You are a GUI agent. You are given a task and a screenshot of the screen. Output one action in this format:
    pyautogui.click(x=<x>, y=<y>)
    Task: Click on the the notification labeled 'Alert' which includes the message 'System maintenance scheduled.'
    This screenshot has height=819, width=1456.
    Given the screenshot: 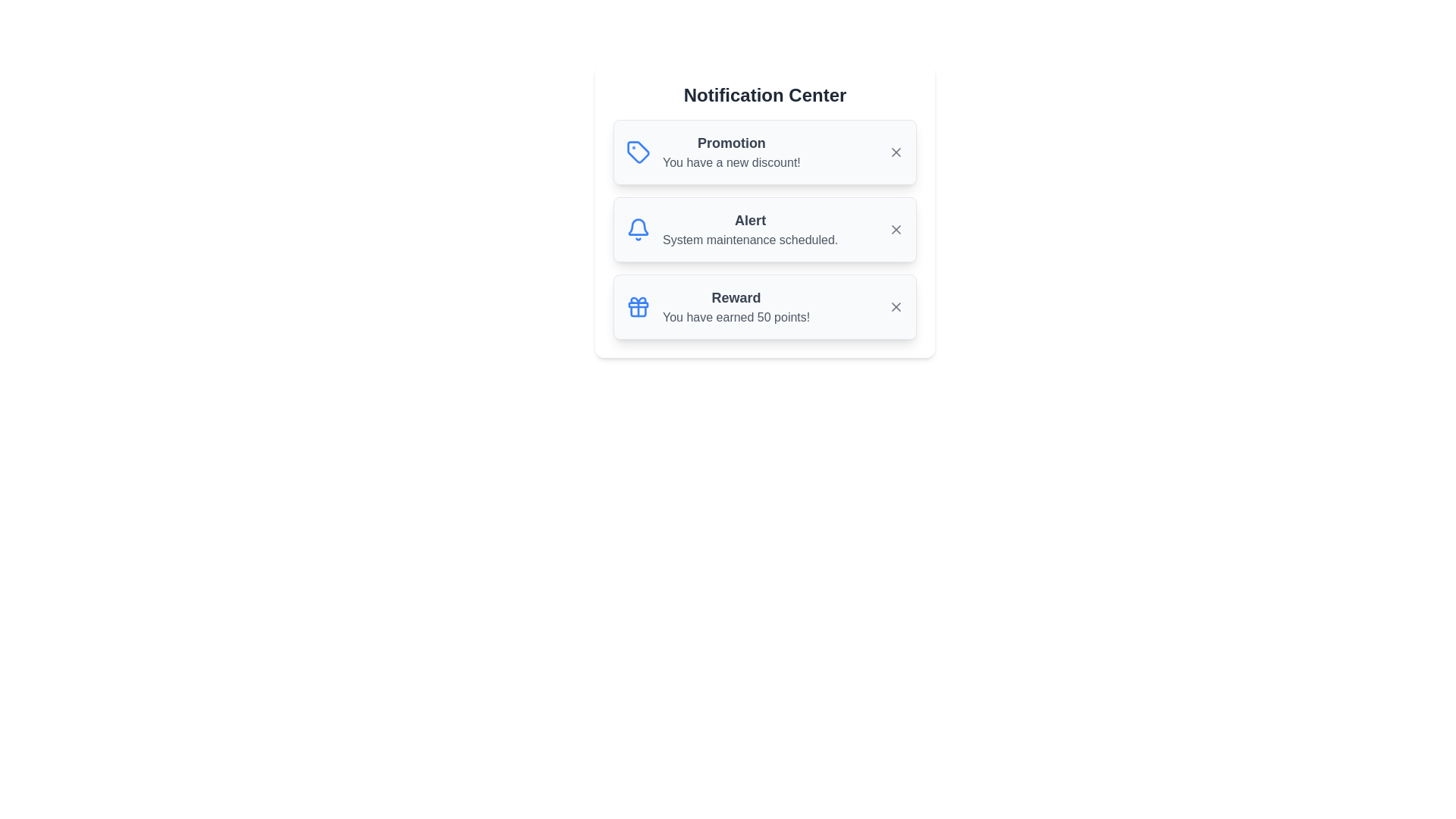 What is the action you would take?
    pyautogui.click(x=764, y=230)
    